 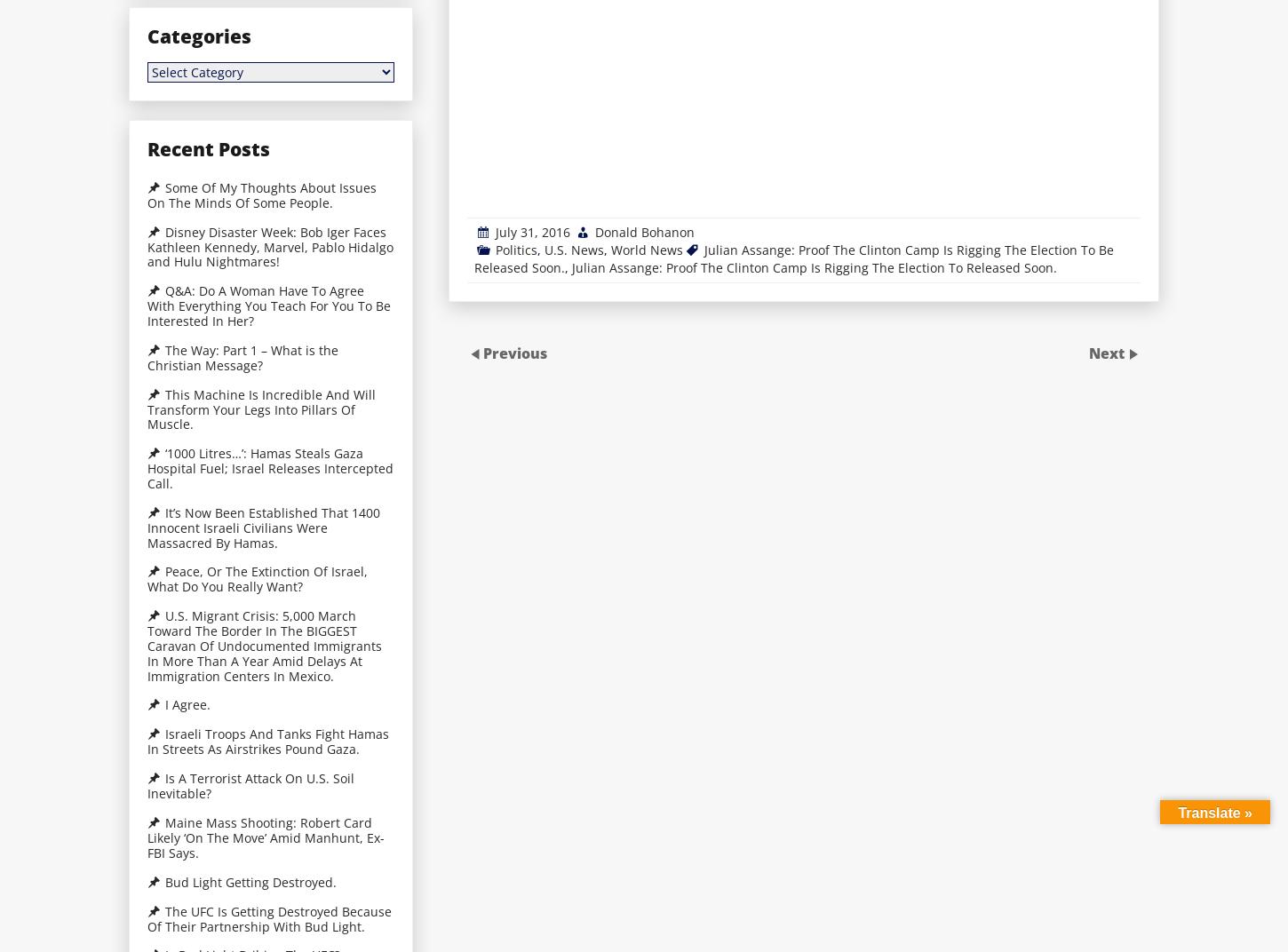 I want to click on 'Julian Assange: Proof The Clinton Camp Is Rigging The Election To Released Soon.', so click(x=570, y=266).